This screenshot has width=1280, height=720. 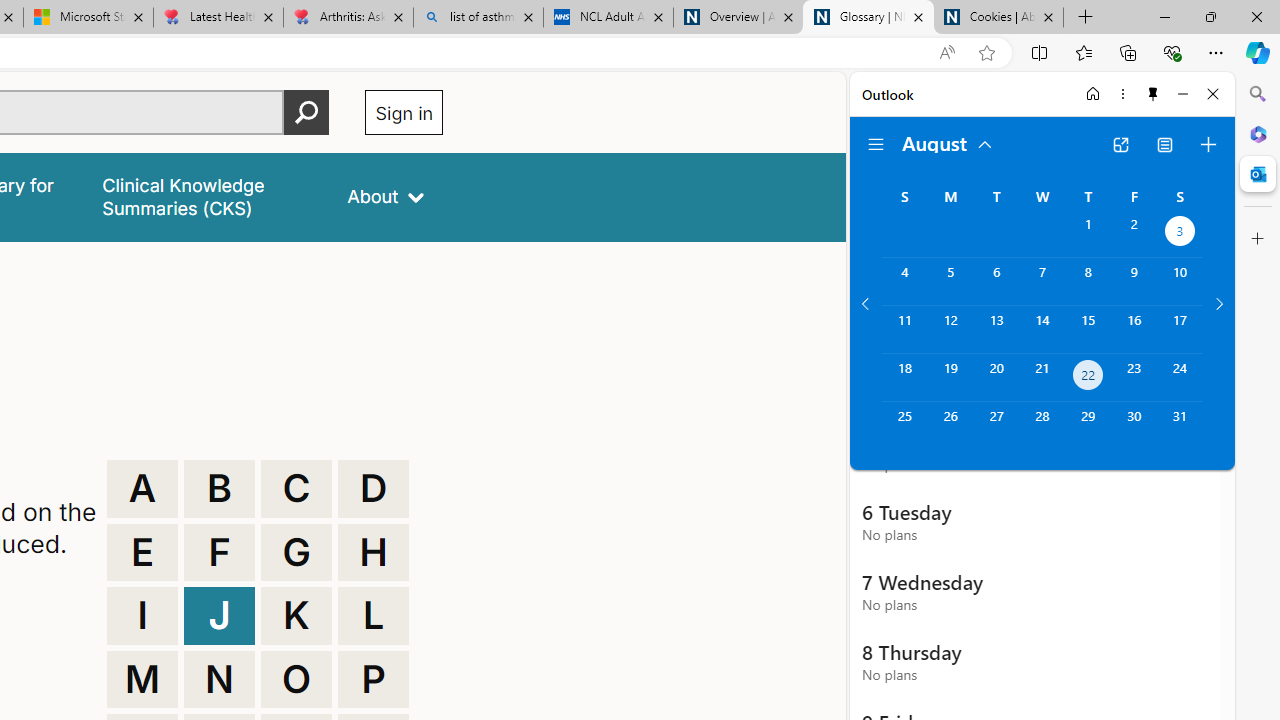 What do you see at coordinates (373, 488) in the screenshot?
I see `'D'` at bounding box center [373, 488].